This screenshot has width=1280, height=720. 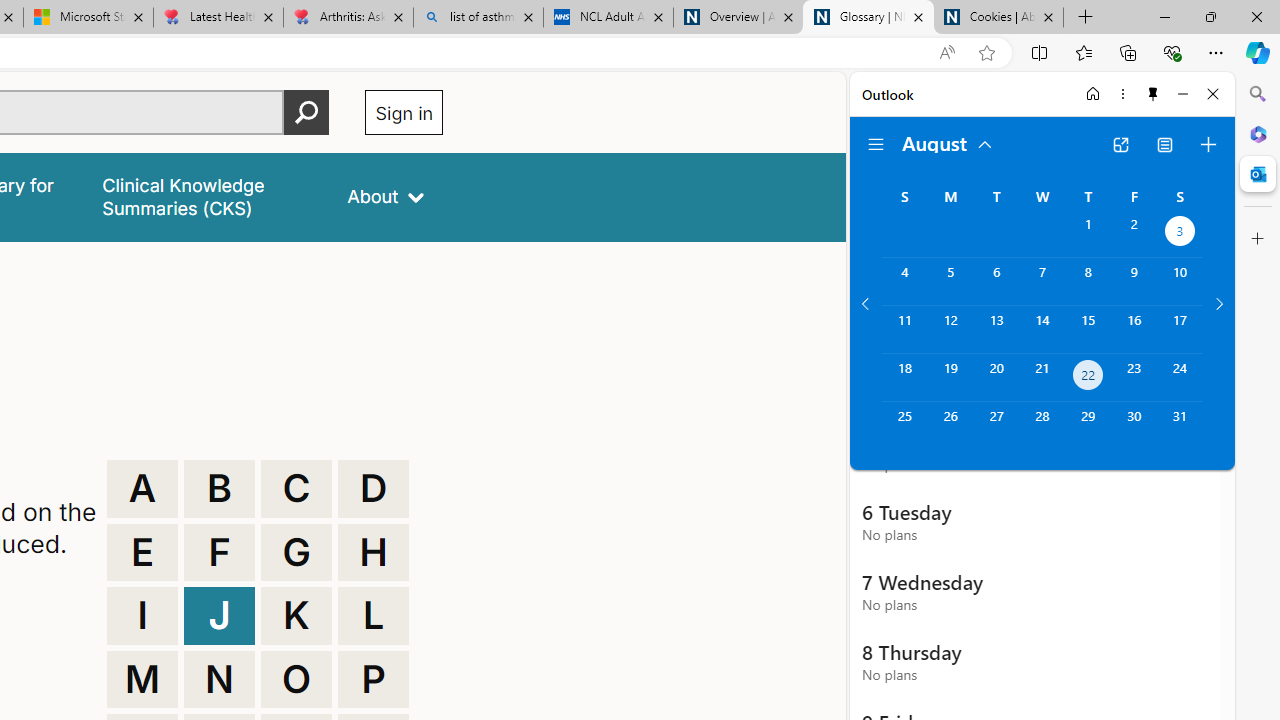 What do you see at coordinates (373, 488) in the screenshot?
I see `'D'` at bounding box center [373, 488].